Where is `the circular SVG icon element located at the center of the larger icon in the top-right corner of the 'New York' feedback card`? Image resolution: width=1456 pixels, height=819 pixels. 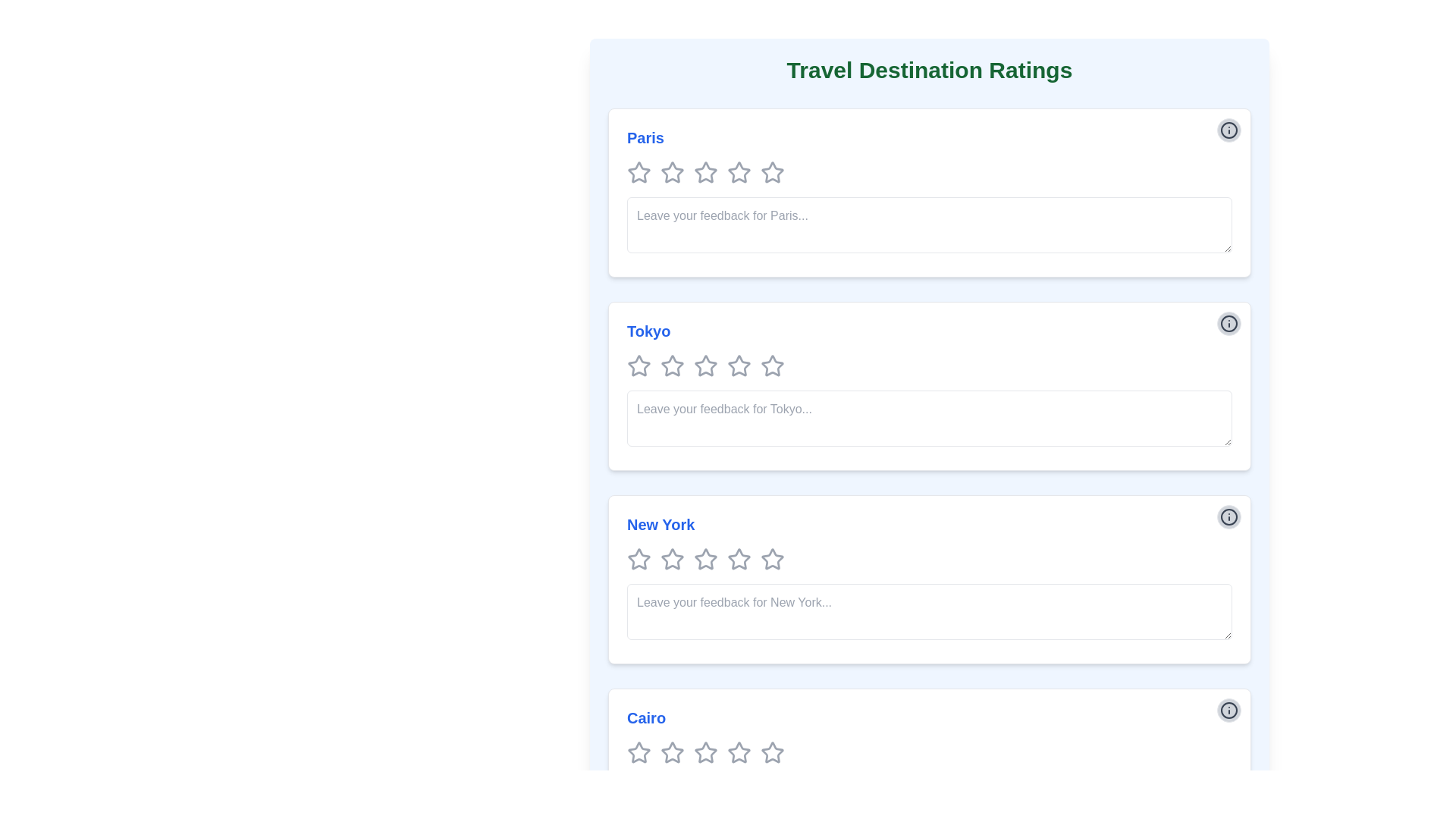
the circular SVG icon element located at the center of the larger icon in the top-right corner of the 'New York' feedback card is located at coordinates (1229, 516).